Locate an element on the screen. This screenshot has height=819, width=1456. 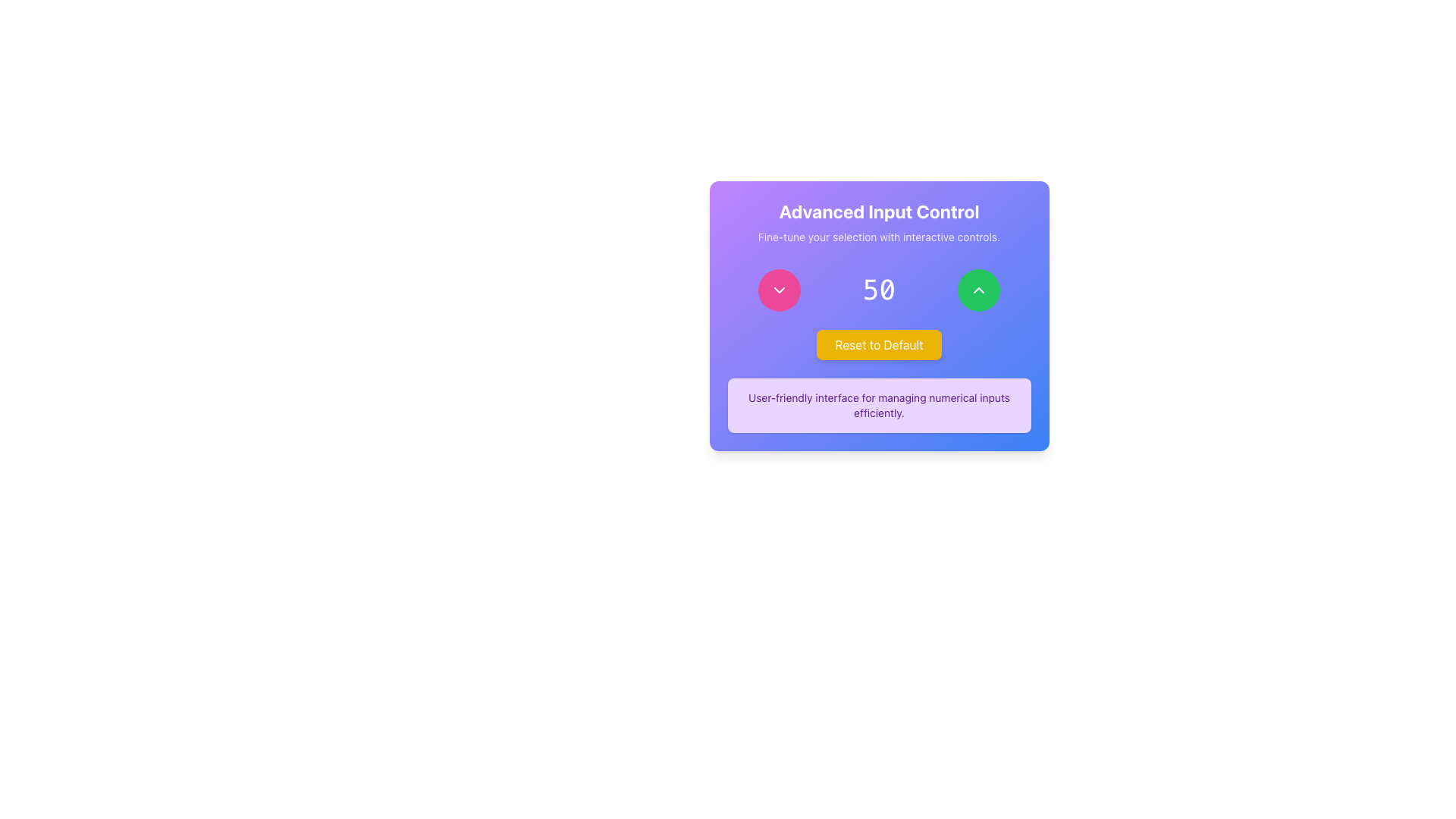
the informational text label located at the bottom of the 'Advanced Input Control' card, which provides additional clarity regarding the feature is located at coordinates (879, 405).